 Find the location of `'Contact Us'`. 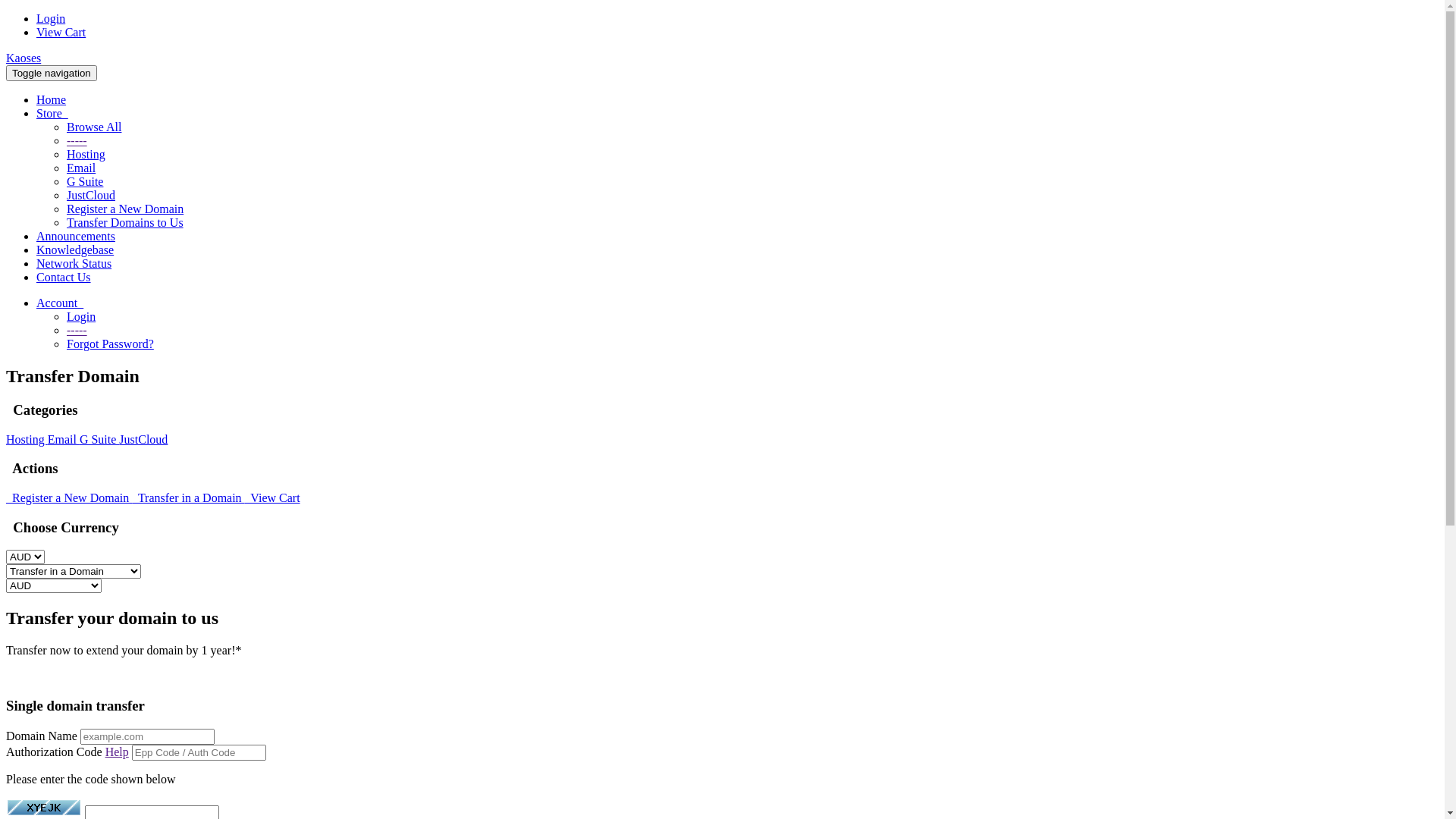

'Contact Us' is located at coordinates (62, 277).